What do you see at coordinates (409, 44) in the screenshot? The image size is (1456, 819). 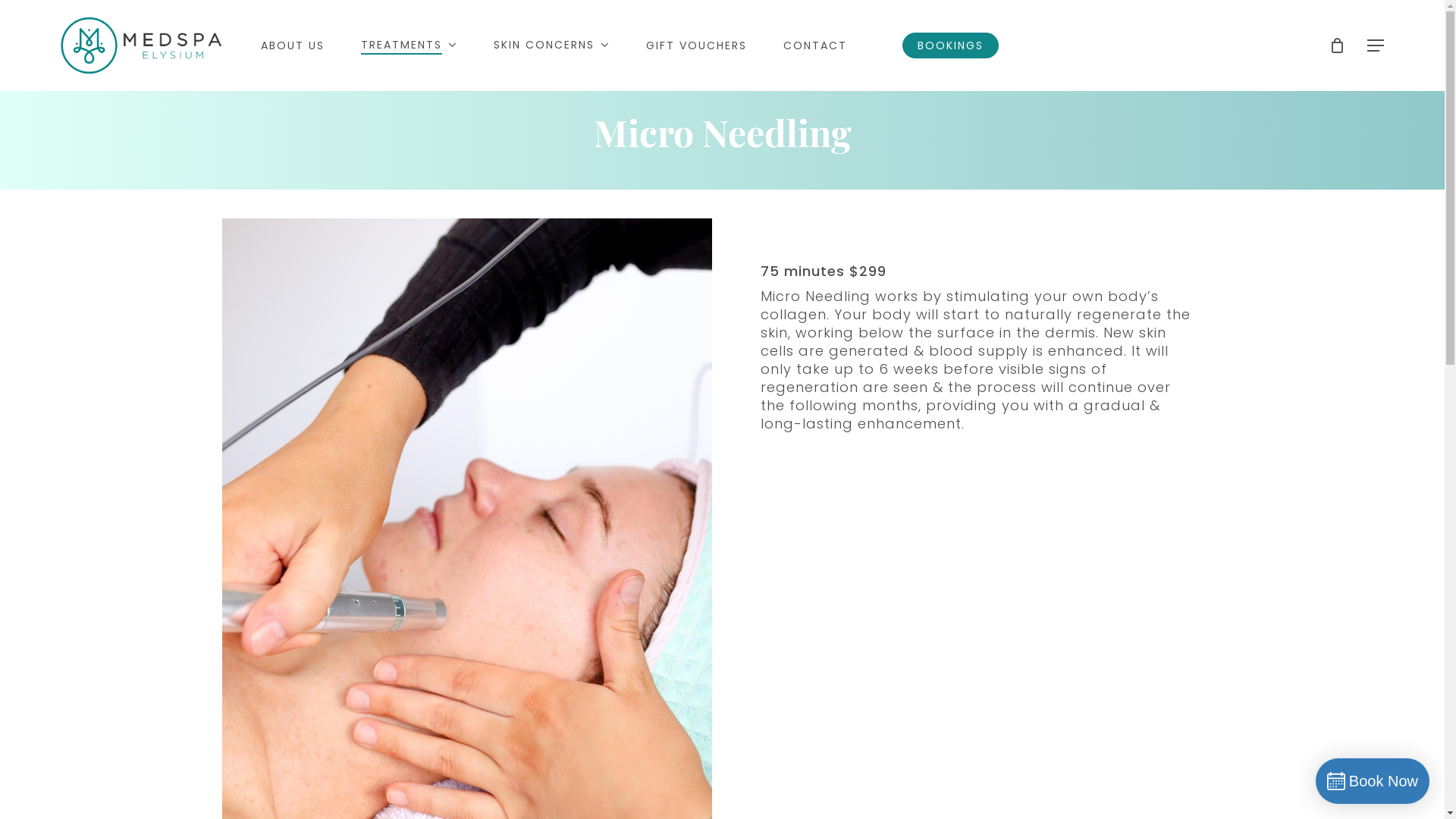 I see `'TREATMENTS'` at bounding box center [409, 44].